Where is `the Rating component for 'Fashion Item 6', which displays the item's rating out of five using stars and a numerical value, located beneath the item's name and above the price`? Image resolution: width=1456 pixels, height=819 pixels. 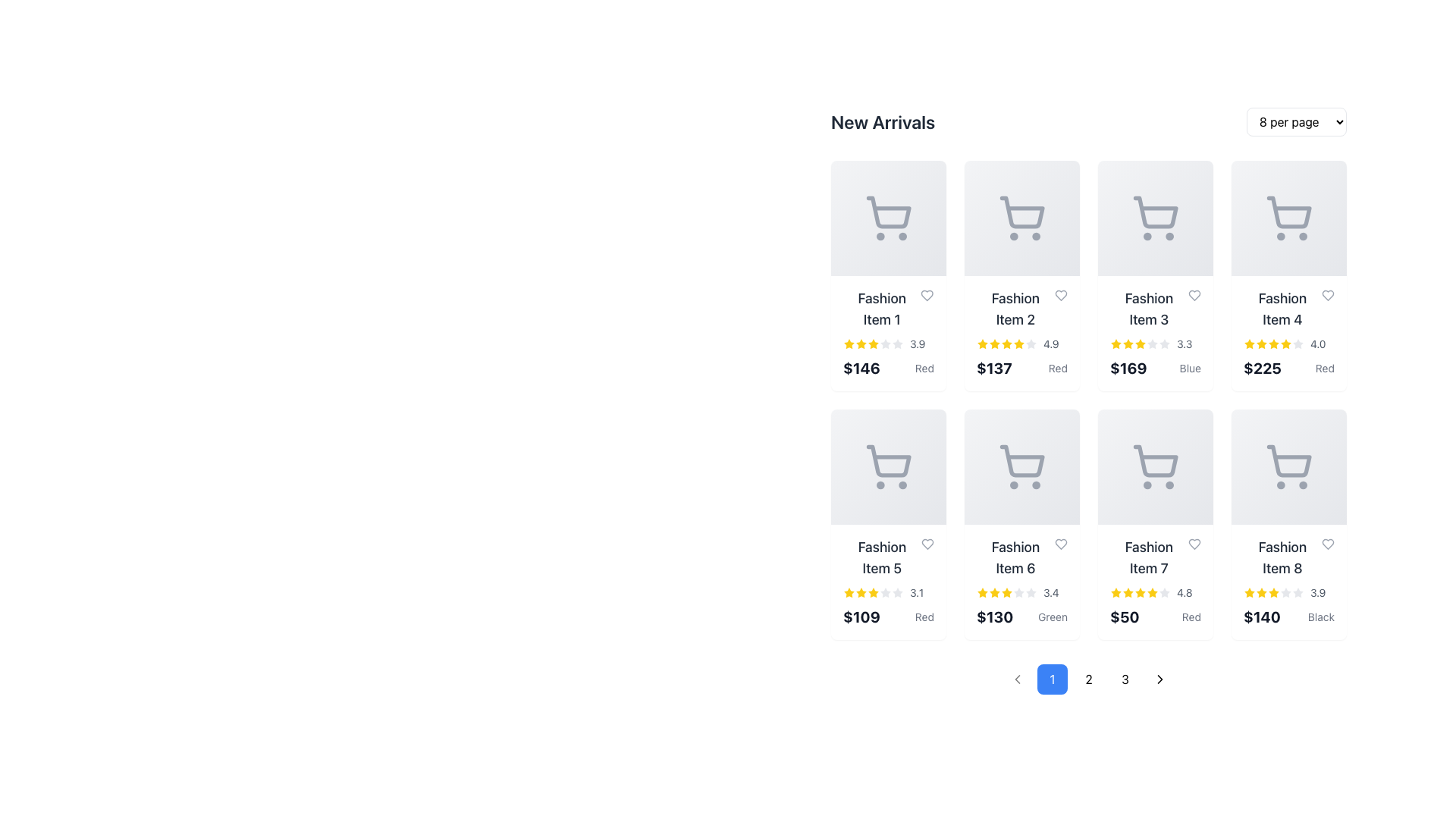
the Rating component for 'Fashion Item 6', which displays the item's rating out of five using stars and a numerical value, located beneath the item's name and above the price is located at coordinates (1022, 592).